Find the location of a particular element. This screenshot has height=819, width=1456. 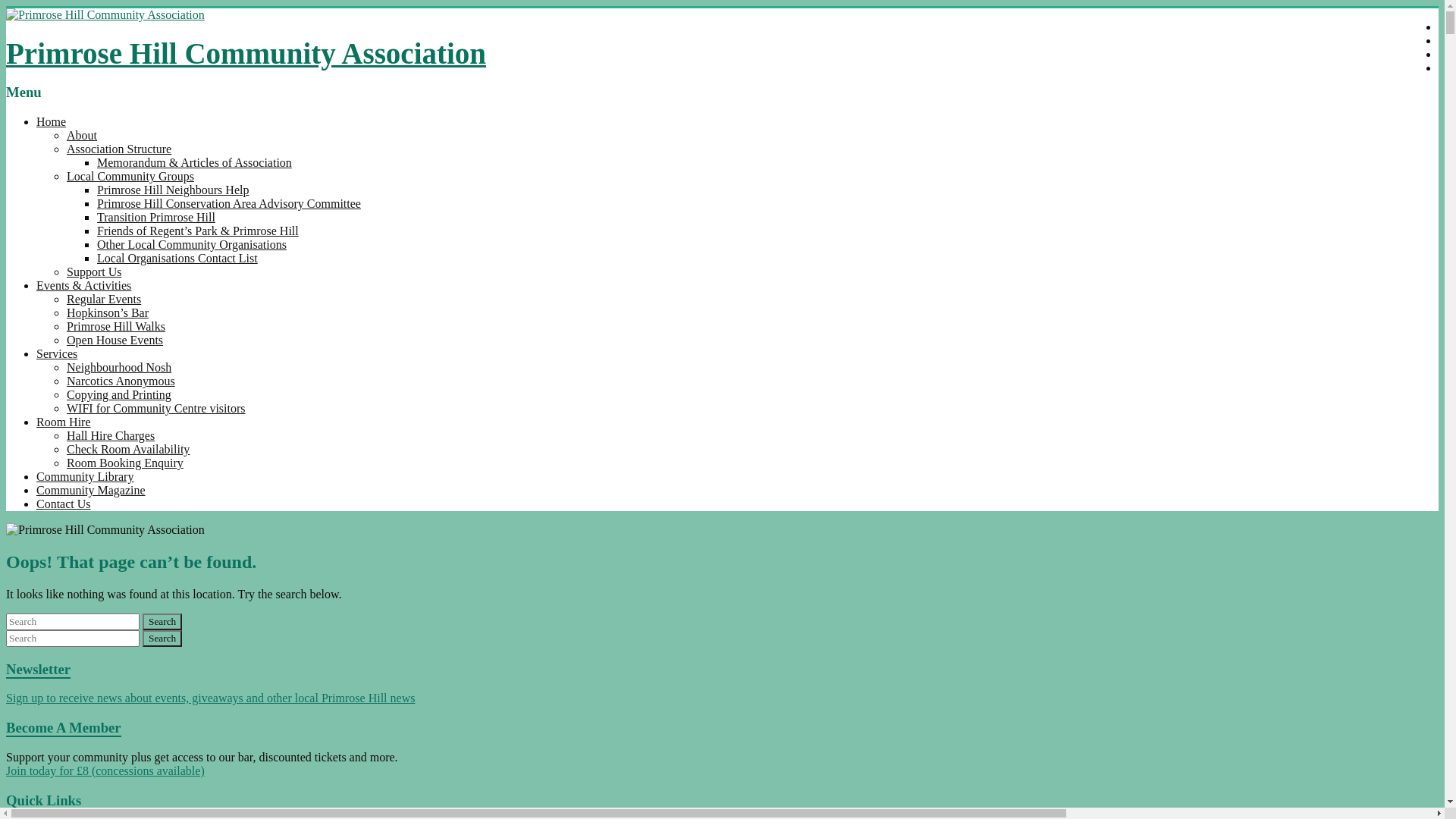

'Search' is located at coordinates (162, 638).